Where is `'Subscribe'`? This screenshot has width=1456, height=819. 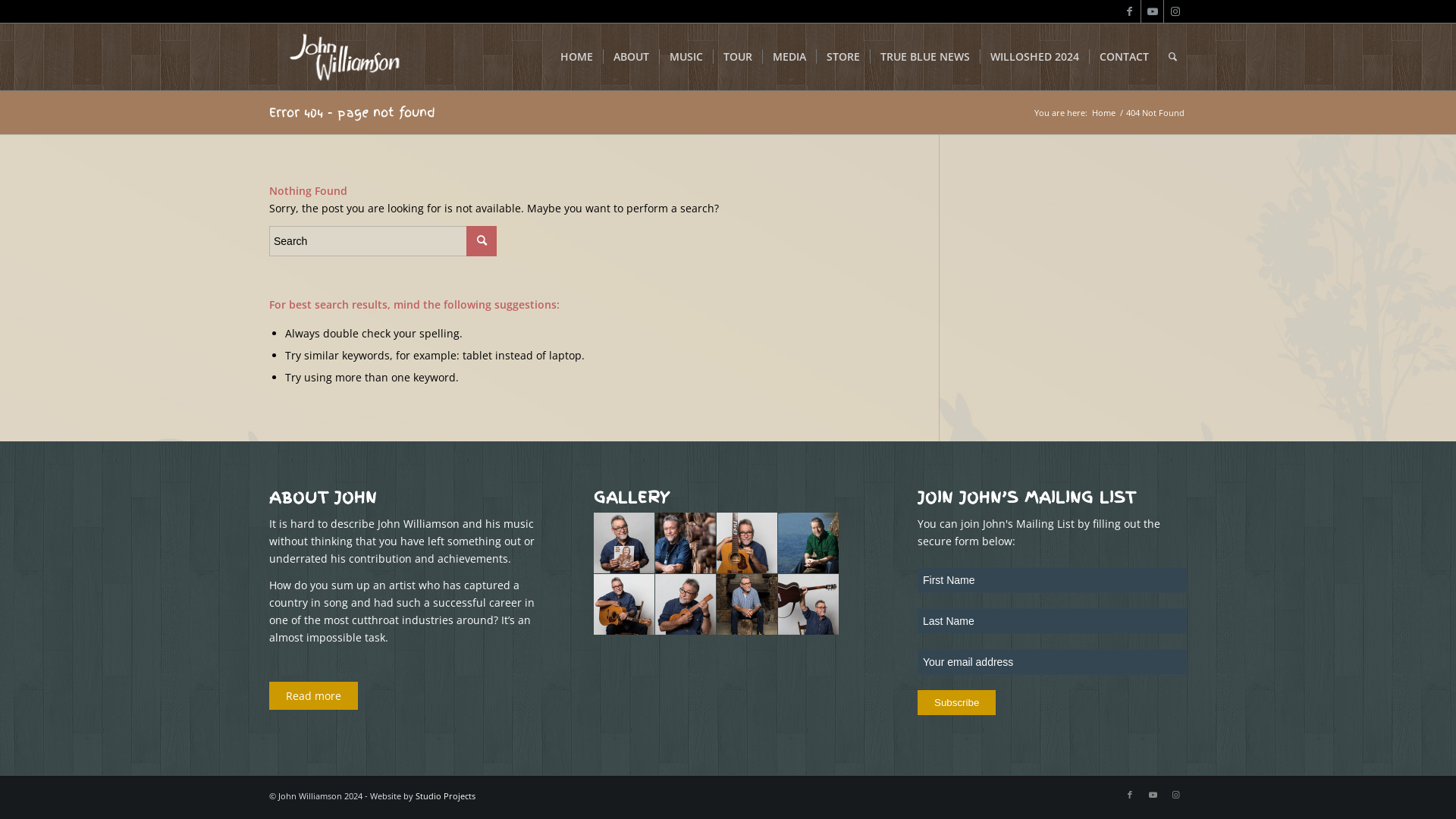 'Subscribe' is located at coordinates (955, 702).